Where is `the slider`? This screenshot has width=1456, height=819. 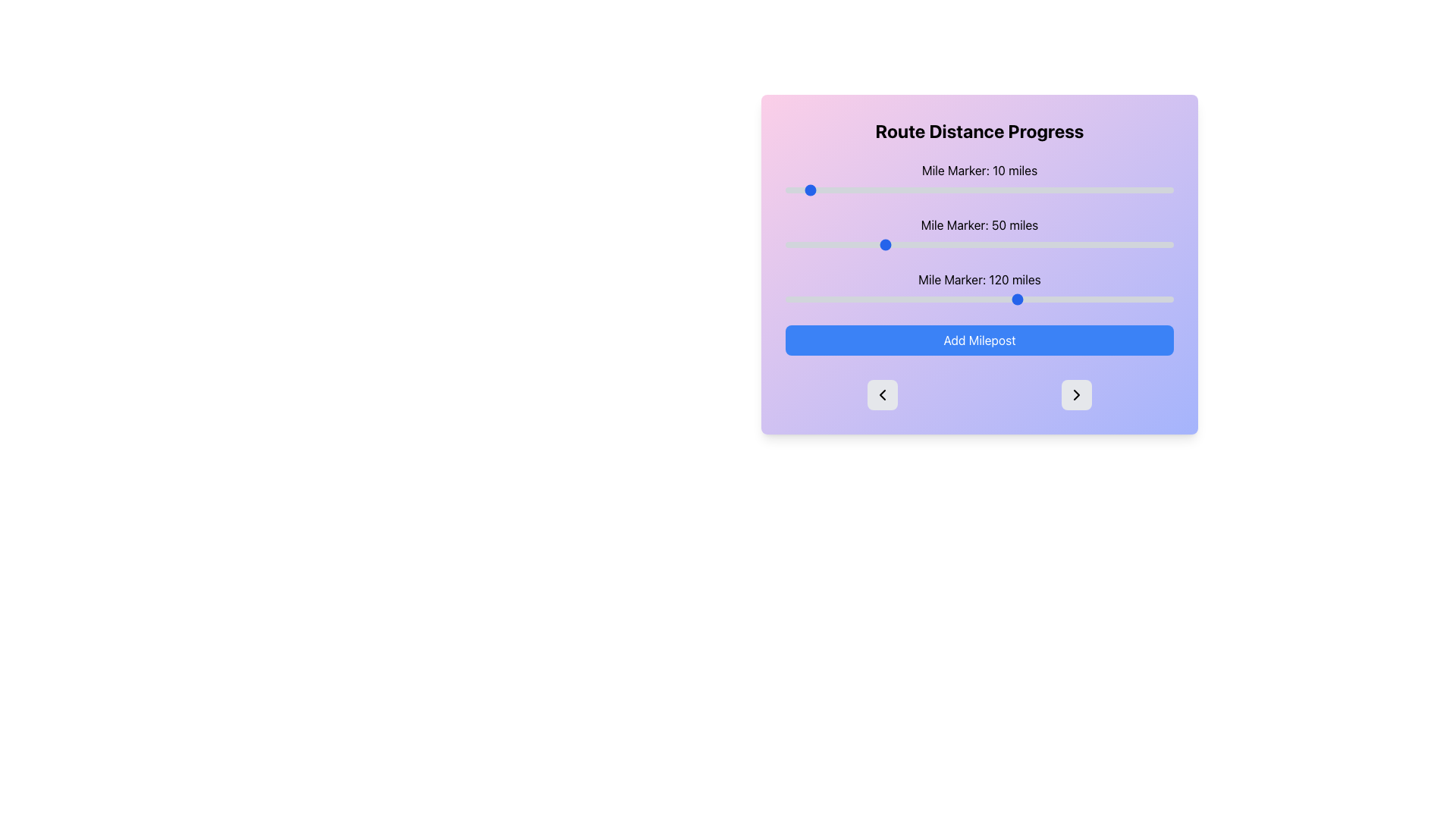
the slider is located at coordinates (849, 189).